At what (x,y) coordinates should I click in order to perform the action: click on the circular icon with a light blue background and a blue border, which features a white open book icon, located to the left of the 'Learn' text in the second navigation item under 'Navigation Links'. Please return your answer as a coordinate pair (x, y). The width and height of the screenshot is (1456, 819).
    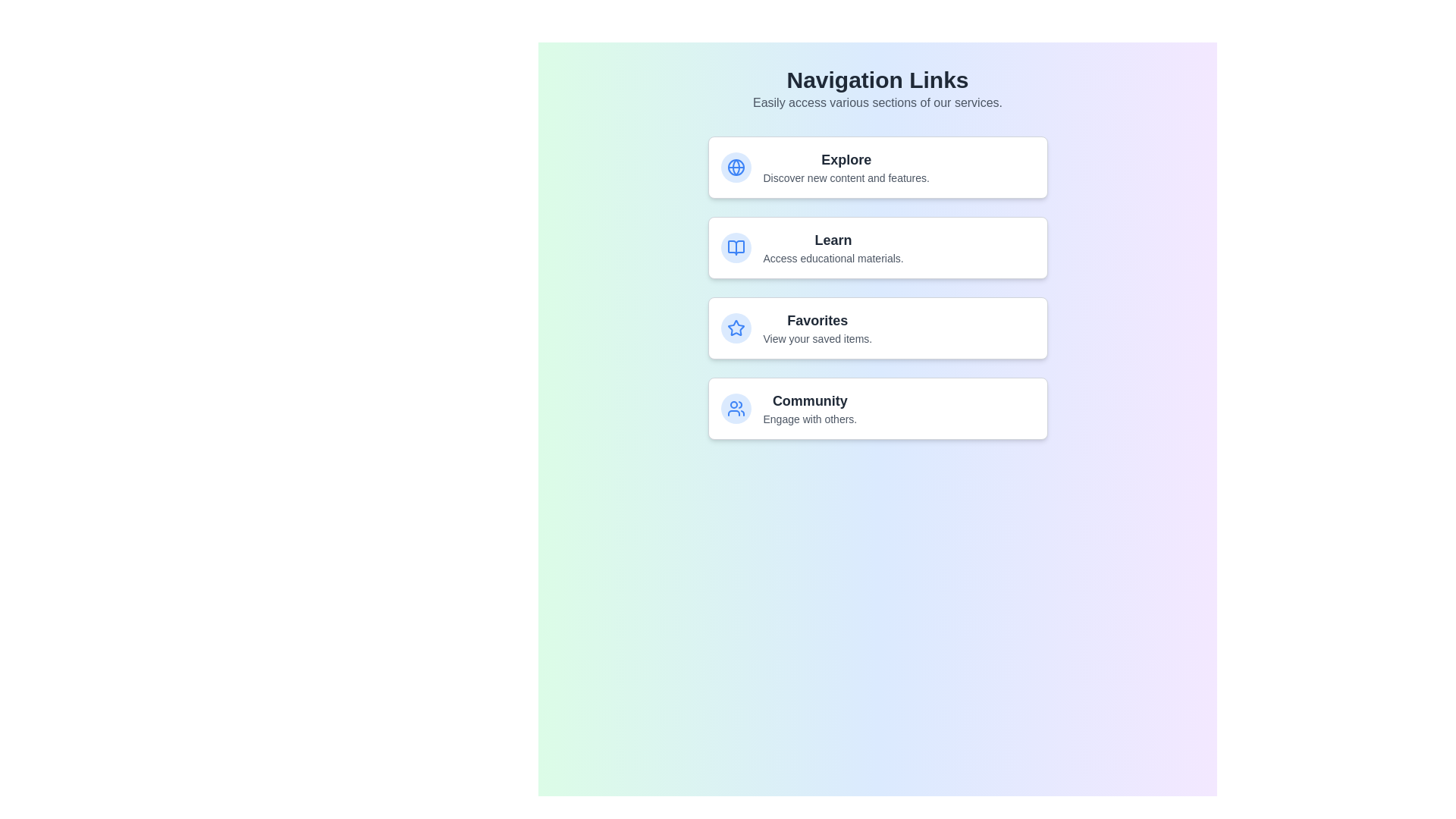
    Looking at the image, I should click on (736, 247).